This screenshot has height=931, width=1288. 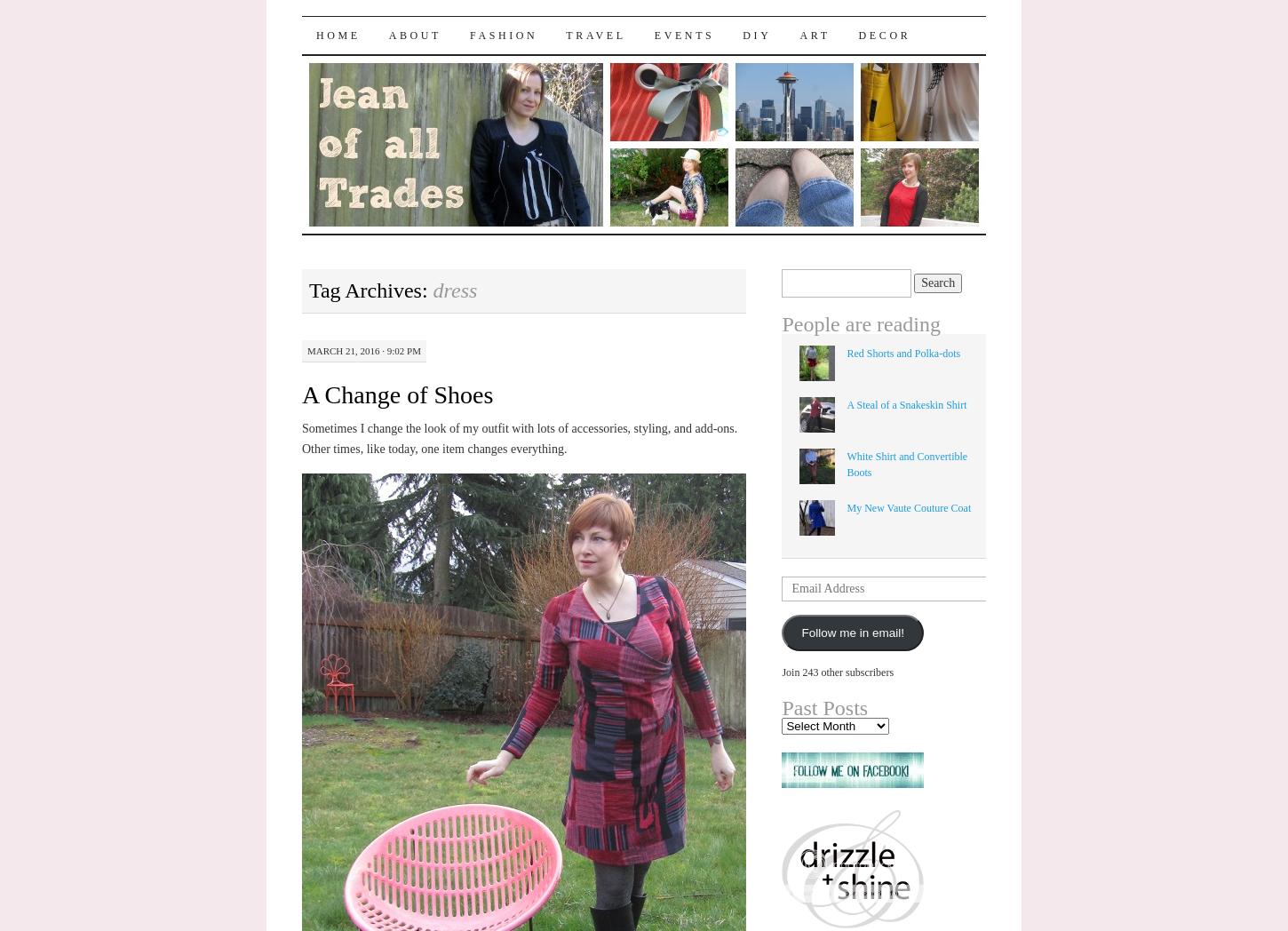 What do you see at coordinates (836, 672) in the screenshot?
I see `'Join 243 other subscribers'` at bounding box center [836, 672].